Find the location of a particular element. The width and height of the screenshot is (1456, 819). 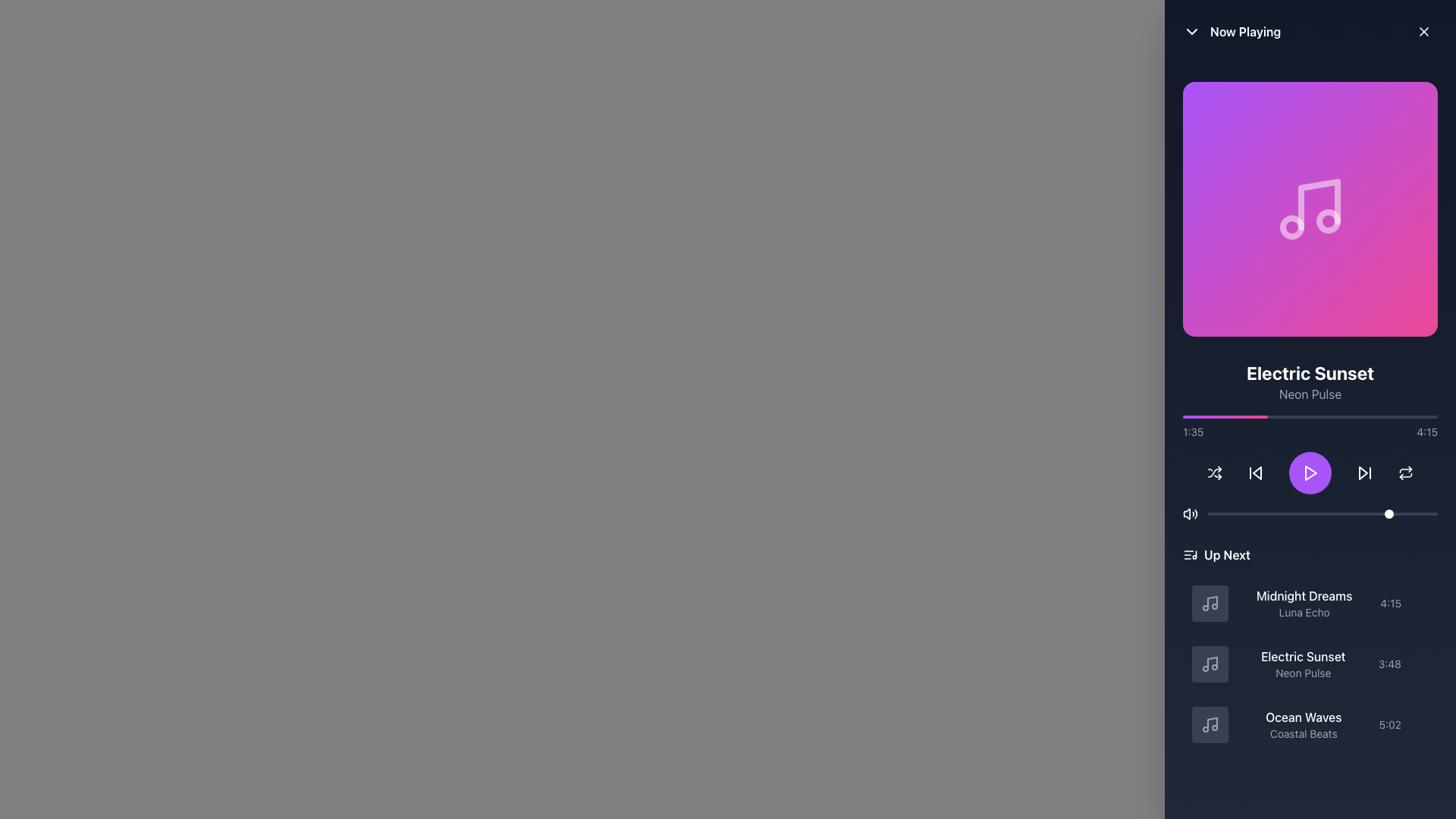

the text label displaying the total duration of the currently playing track, located in the bottom-right corner of the media player interface is located at coordinates (1426, 432).